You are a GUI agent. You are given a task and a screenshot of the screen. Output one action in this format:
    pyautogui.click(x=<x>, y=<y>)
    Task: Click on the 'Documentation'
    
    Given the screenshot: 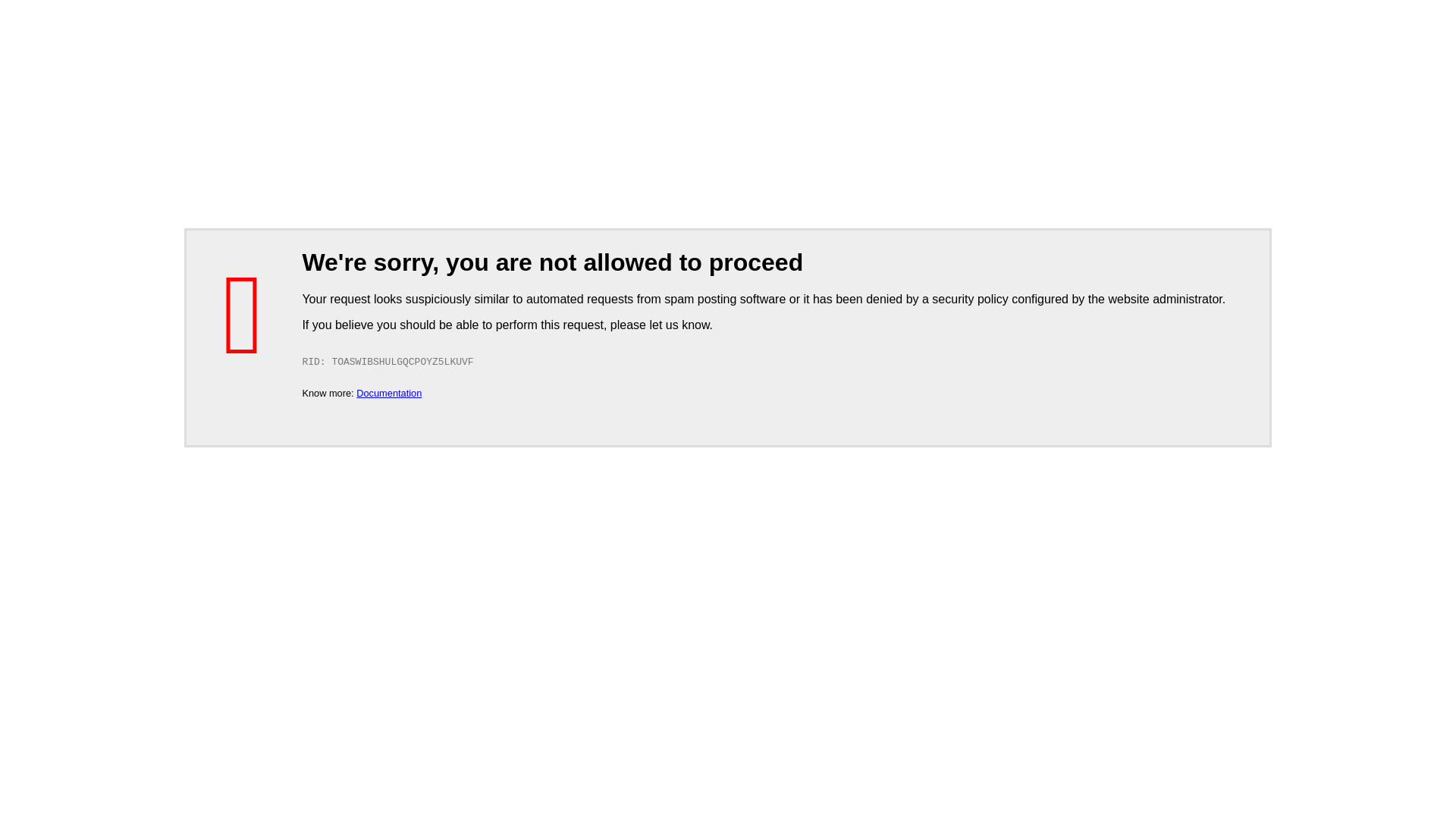 What is the action you would take?
    pyautogui.click(x=389, y=392)
    